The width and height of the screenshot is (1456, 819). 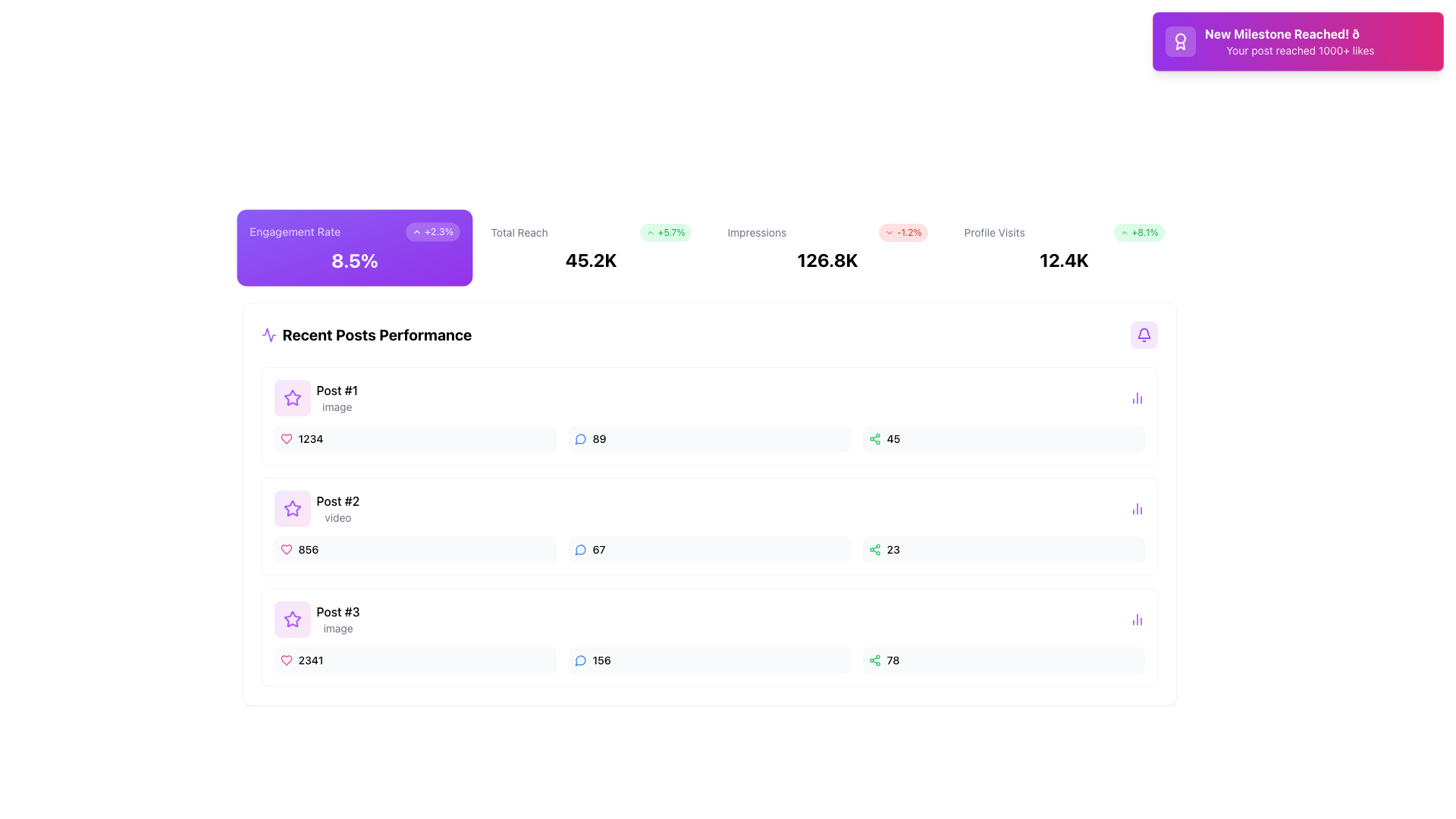 I want to click on the green share icon in the third row of the 'Recent Posts Performance' table, located at the far right adjacent to the numeric value '78', so click(x=874, y=660).